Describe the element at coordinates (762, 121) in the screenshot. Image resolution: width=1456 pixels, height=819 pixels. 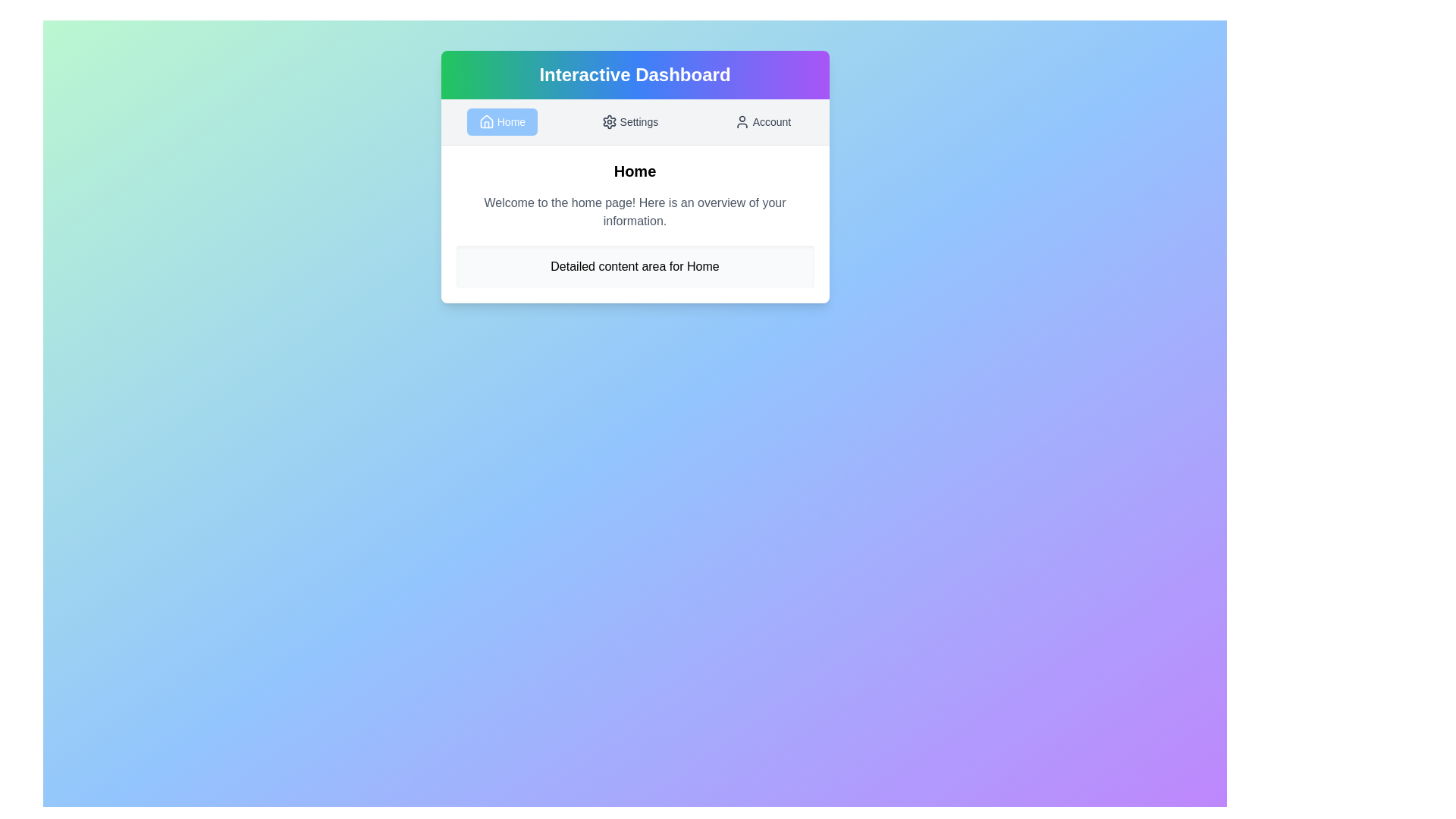
I see `the tab button labeled Account to switch to the respective tab` at that location.